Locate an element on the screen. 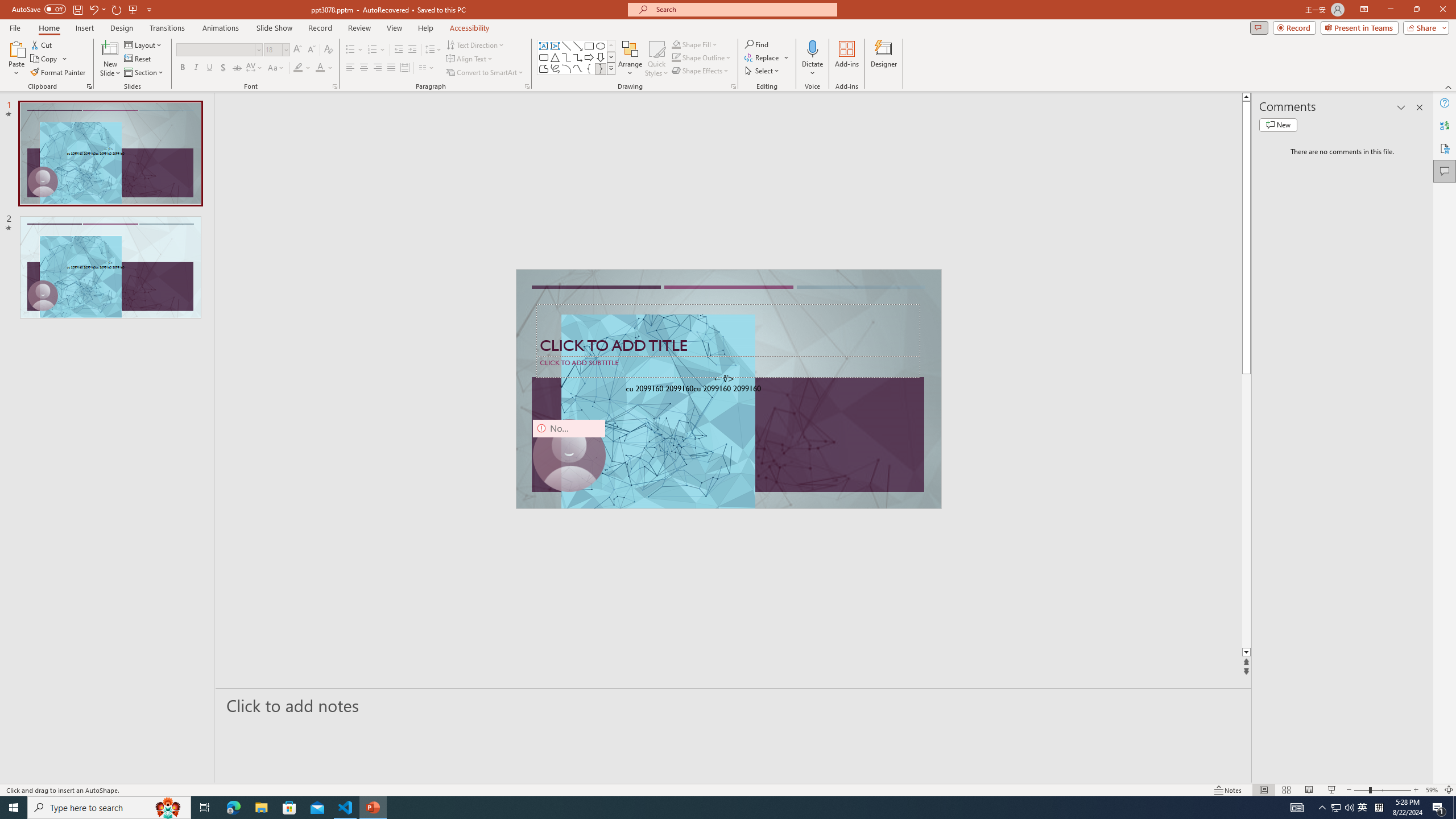 This screenshot has height=819, width=1456. 'Shape Fill Dark Green, Accent 2' is located at coordinates (676, 44).